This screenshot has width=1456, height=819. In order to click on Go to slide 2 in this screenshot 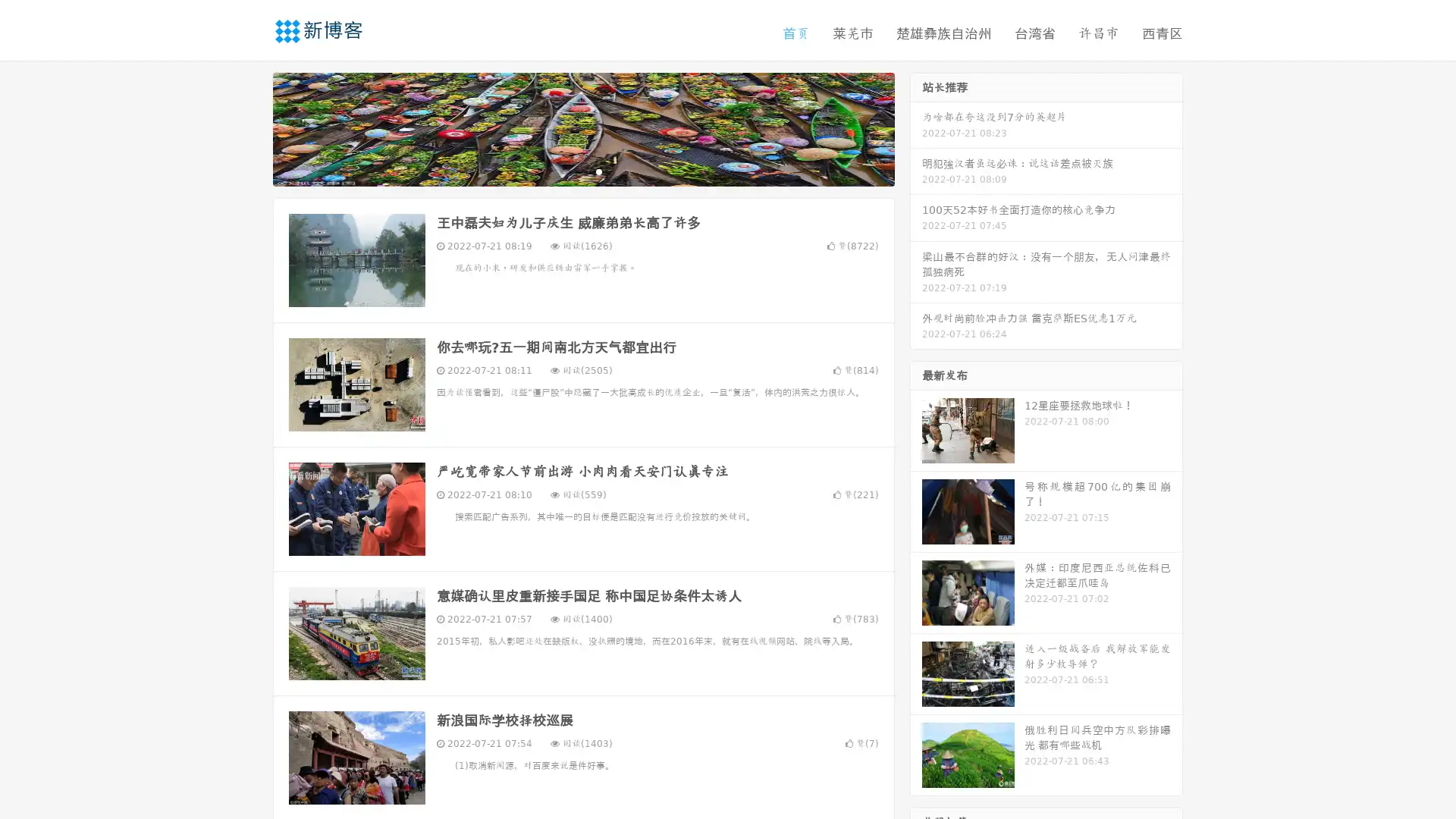, I will do `click(582, 171)`.